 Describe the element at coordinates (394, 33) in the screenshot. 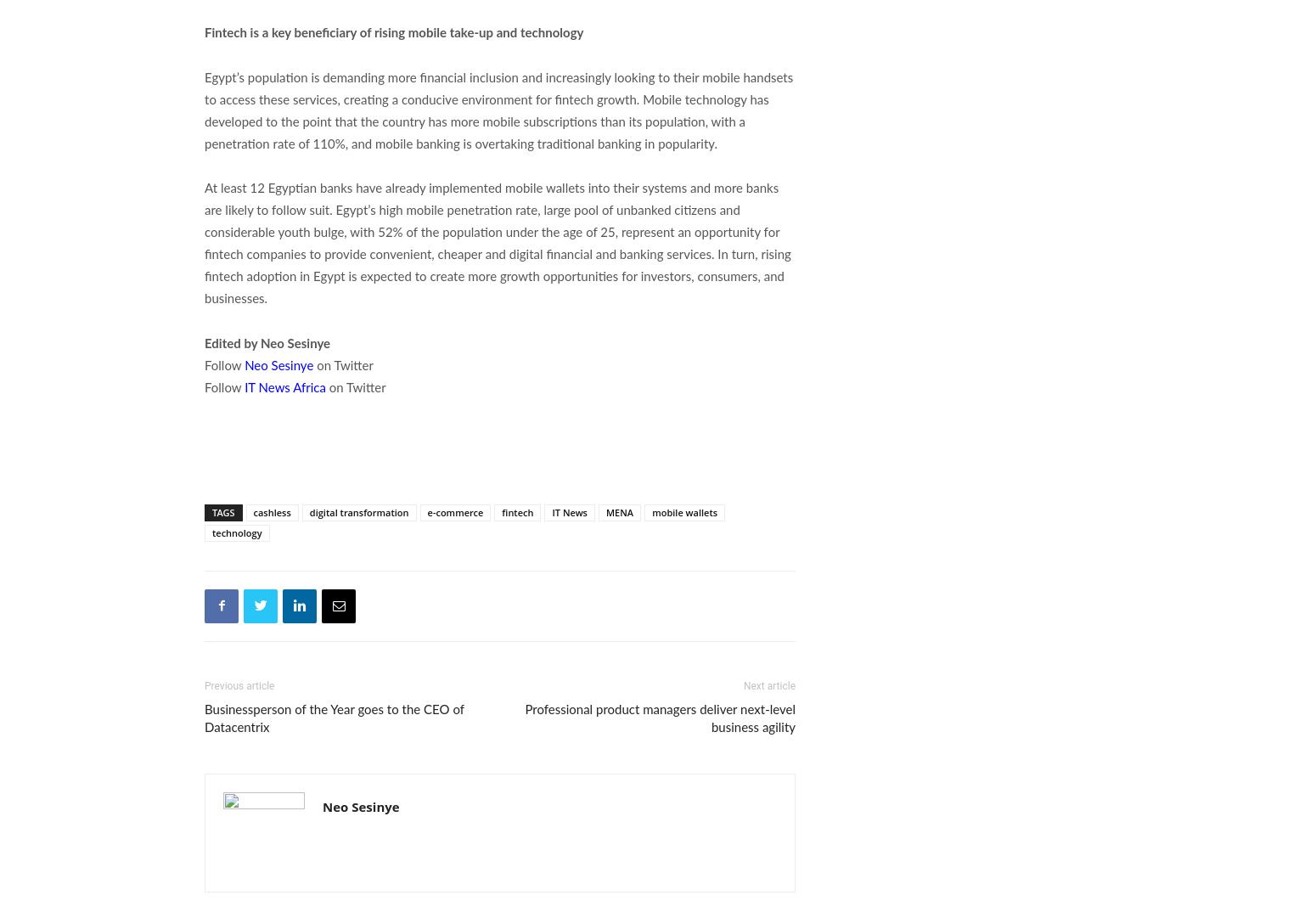

I see `'Fintech is a key beneficiary of rising mobile take-up and technology'` at that location.